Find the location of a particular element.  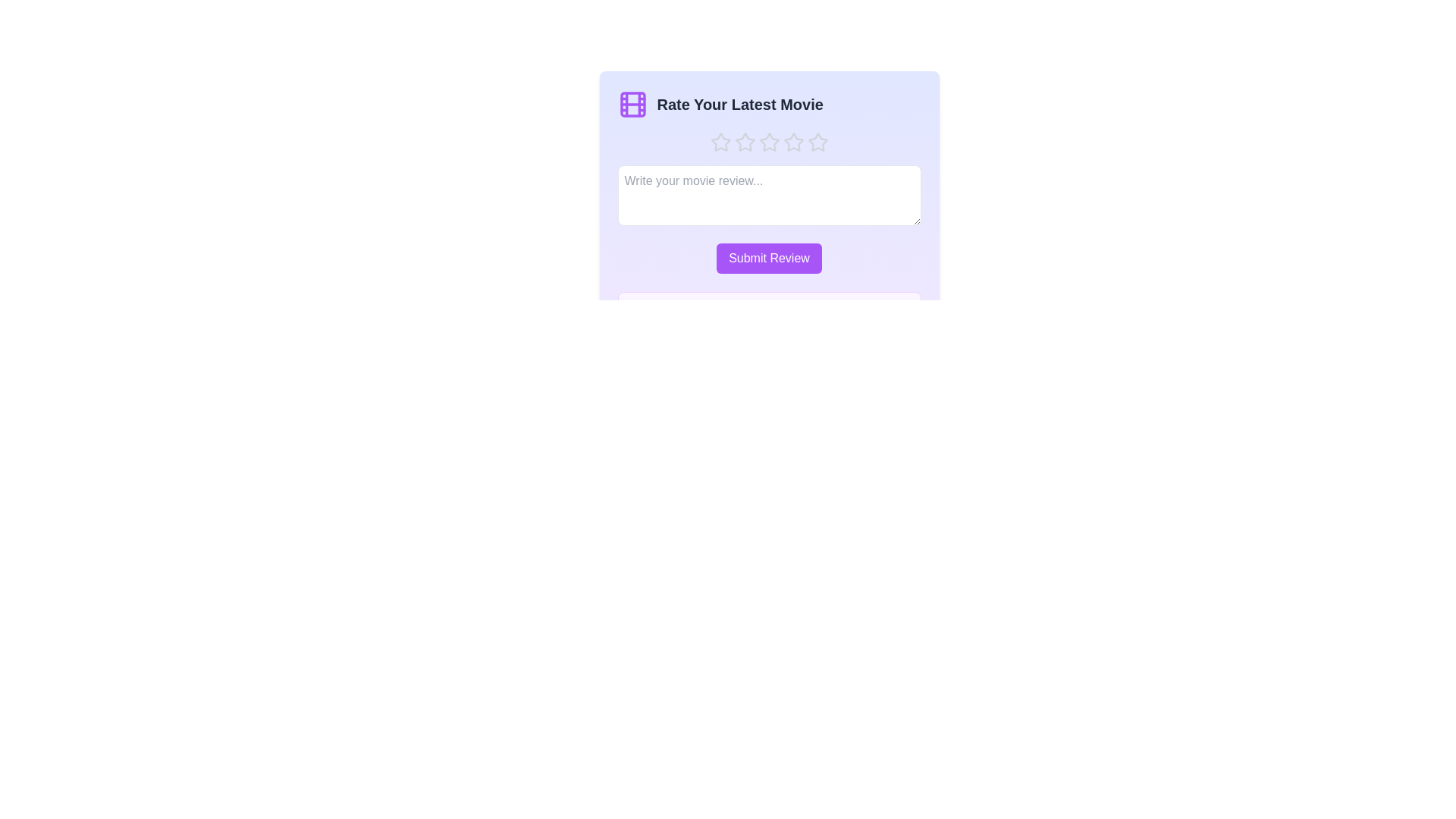

the movie rating to 3 stars by clicking on the corresponding star is located at coordinates (769, 143).